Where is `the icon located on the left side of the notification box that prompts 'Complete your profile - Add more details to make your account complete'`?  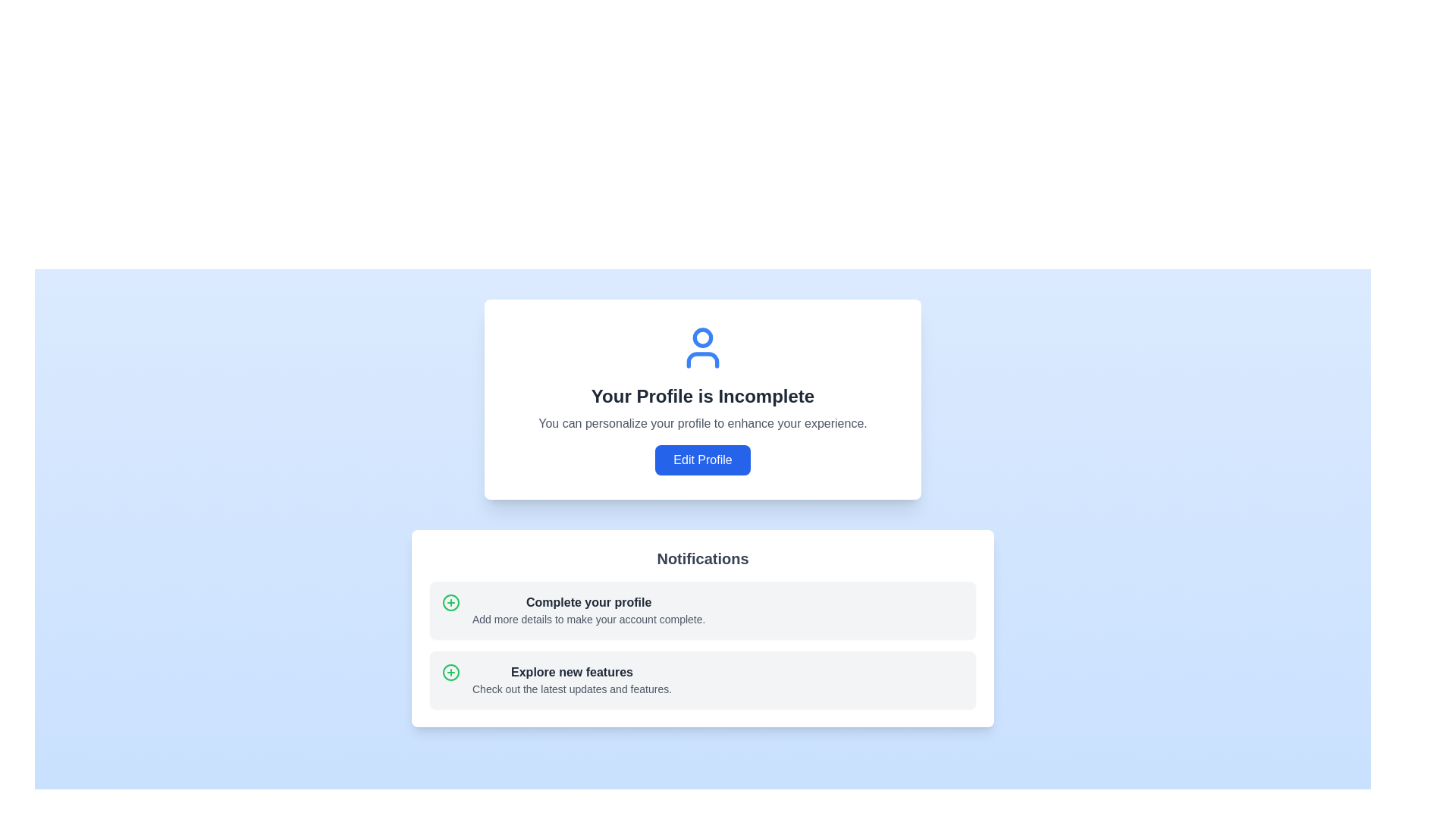 the icon located on the left side of the notification box that prompts 'Complete your profile - Add more details to make your account complete' is located at coordinates (450, 601).